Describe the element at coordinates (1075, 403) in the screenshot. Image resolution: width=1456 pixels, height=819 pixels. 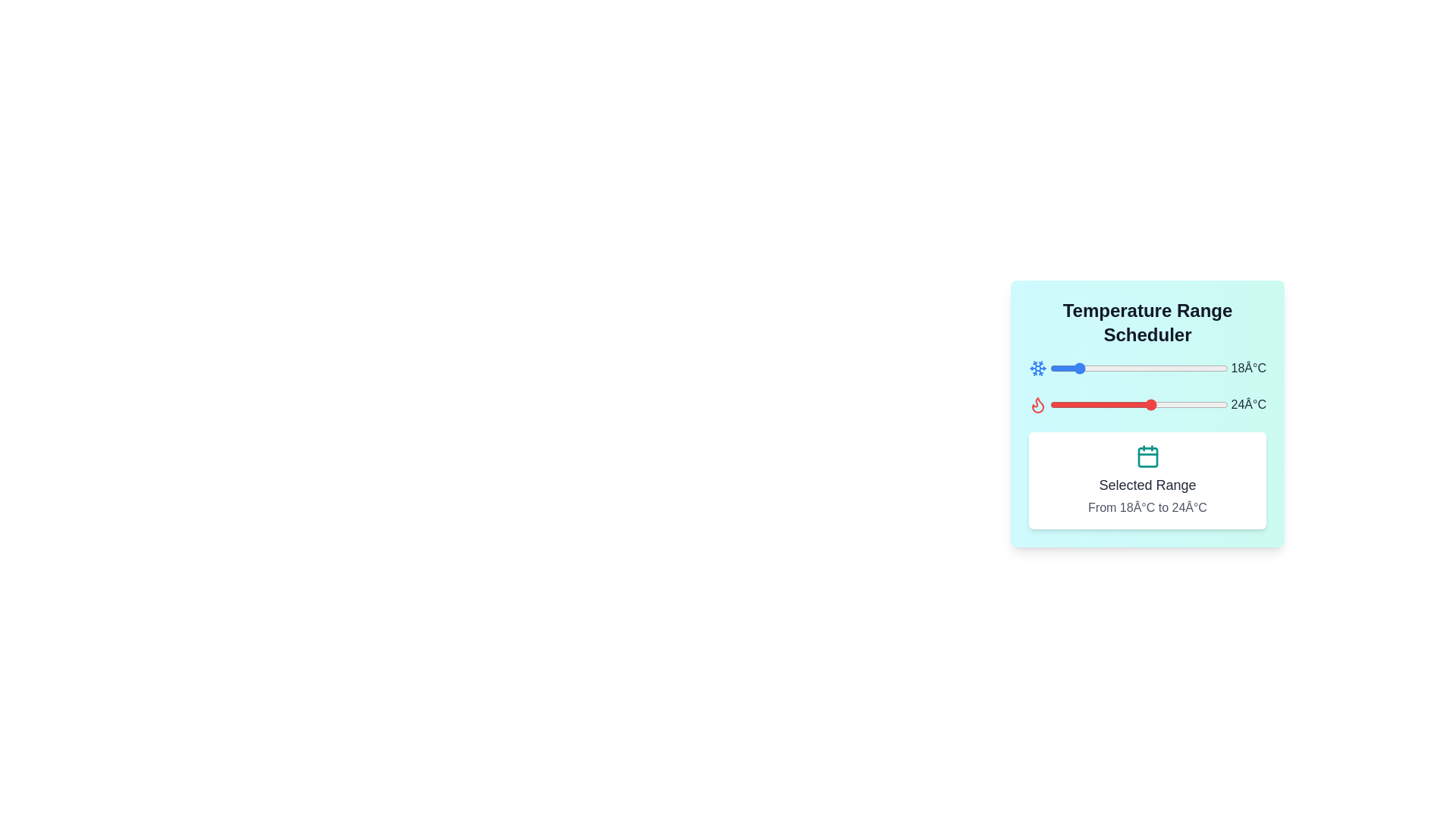
I see `the temperature` at that location.